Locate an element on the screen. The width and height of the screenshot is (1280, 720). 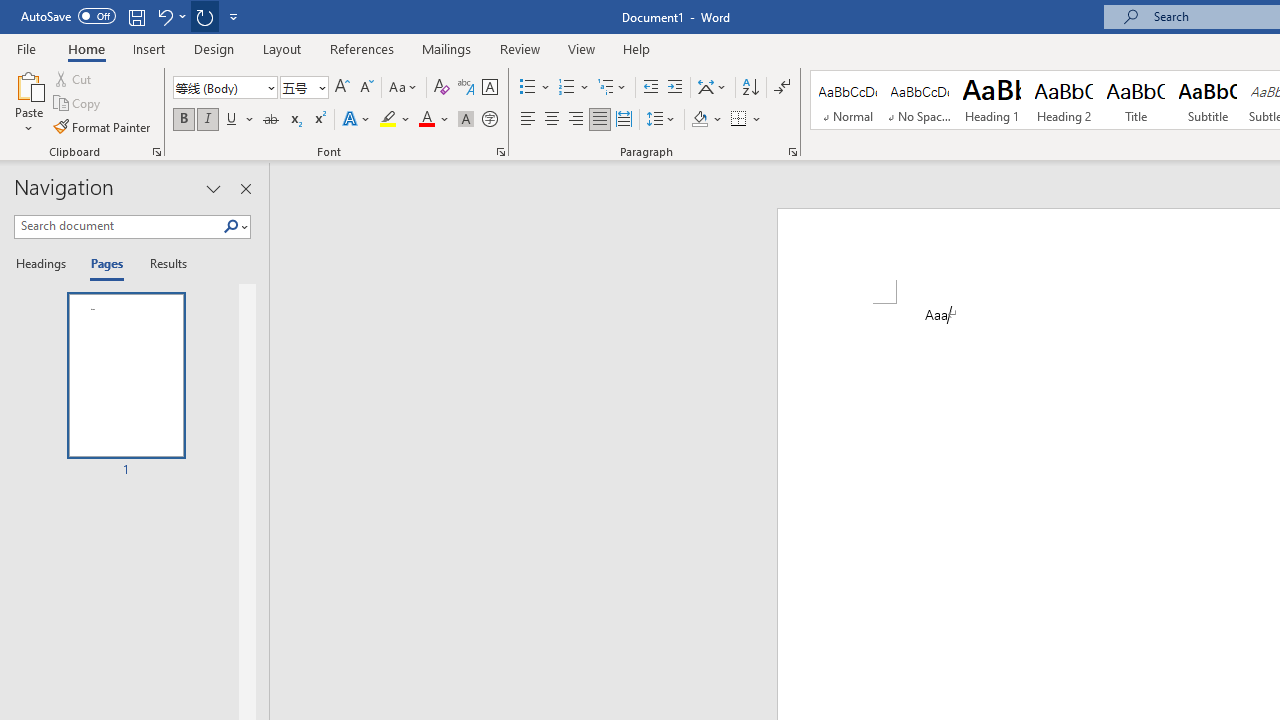
'Text Effects and Typography' is located at coordinates (357, 119).